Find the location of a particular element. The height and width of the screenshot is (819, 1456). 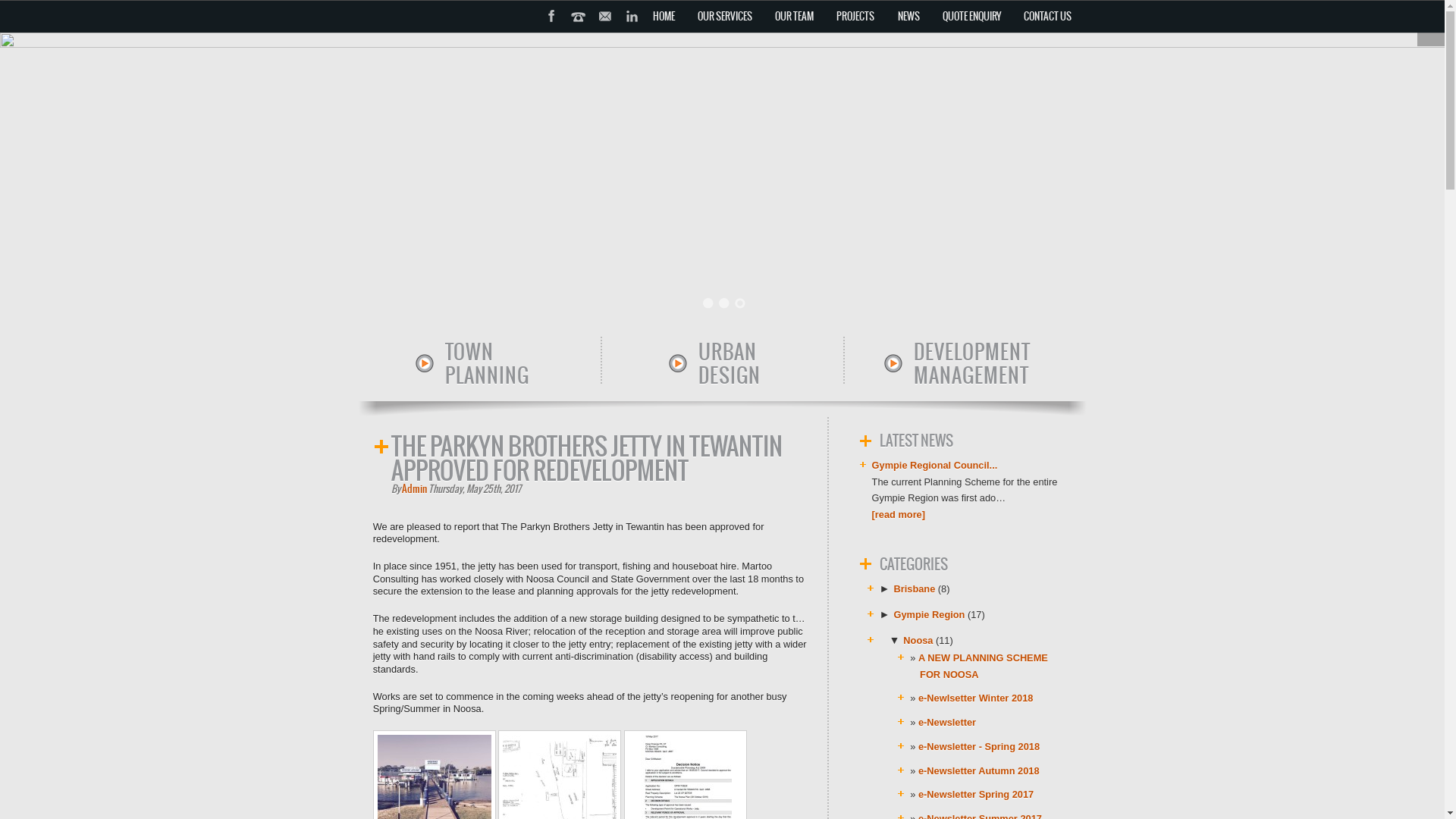

'[read more]' is located at coordinates (872, 513).